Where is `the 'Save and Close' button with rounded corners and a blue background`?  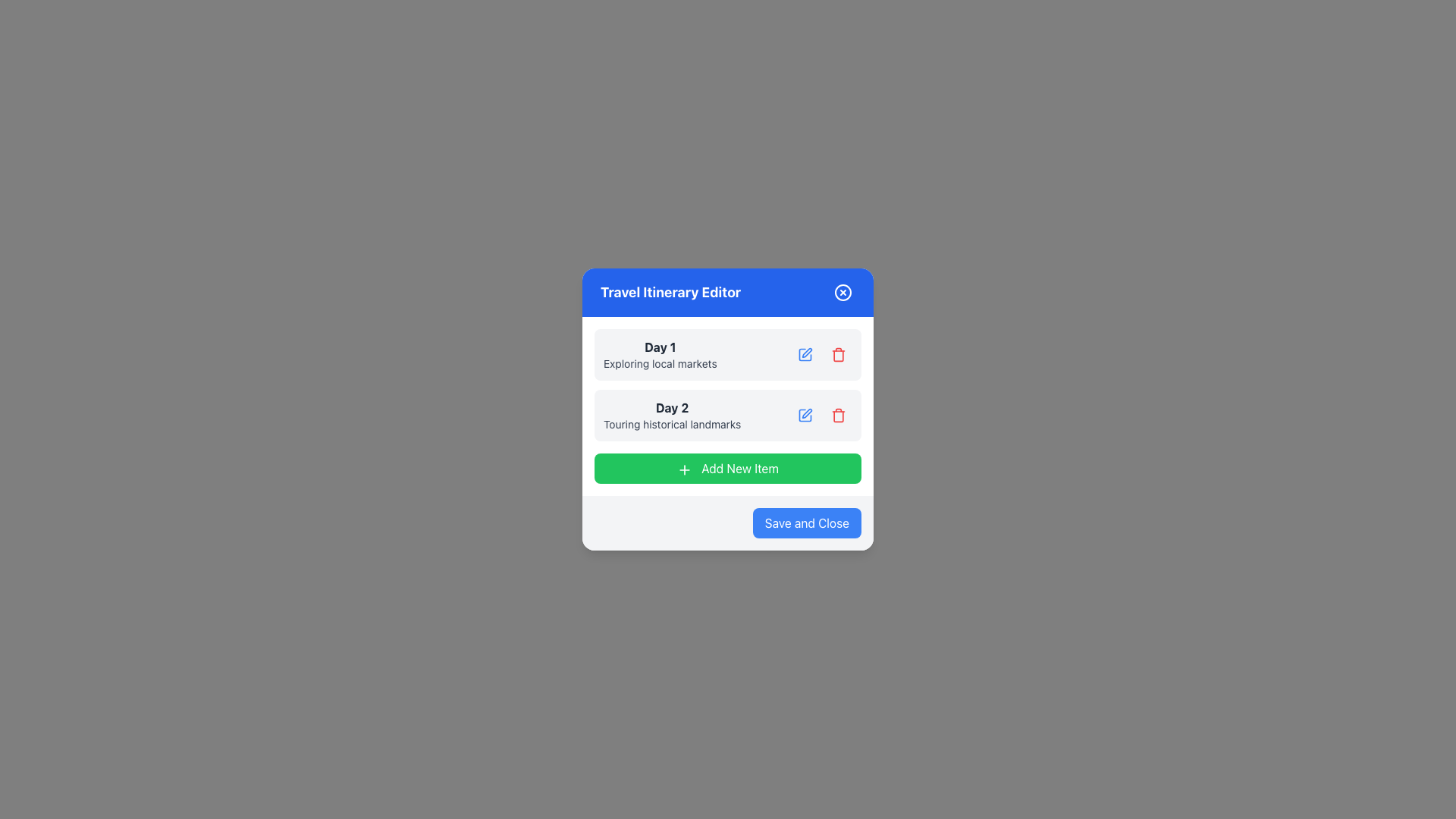
the 'Save and Close' button with rounded corners and a blue background is located at coordinates (806, 522).